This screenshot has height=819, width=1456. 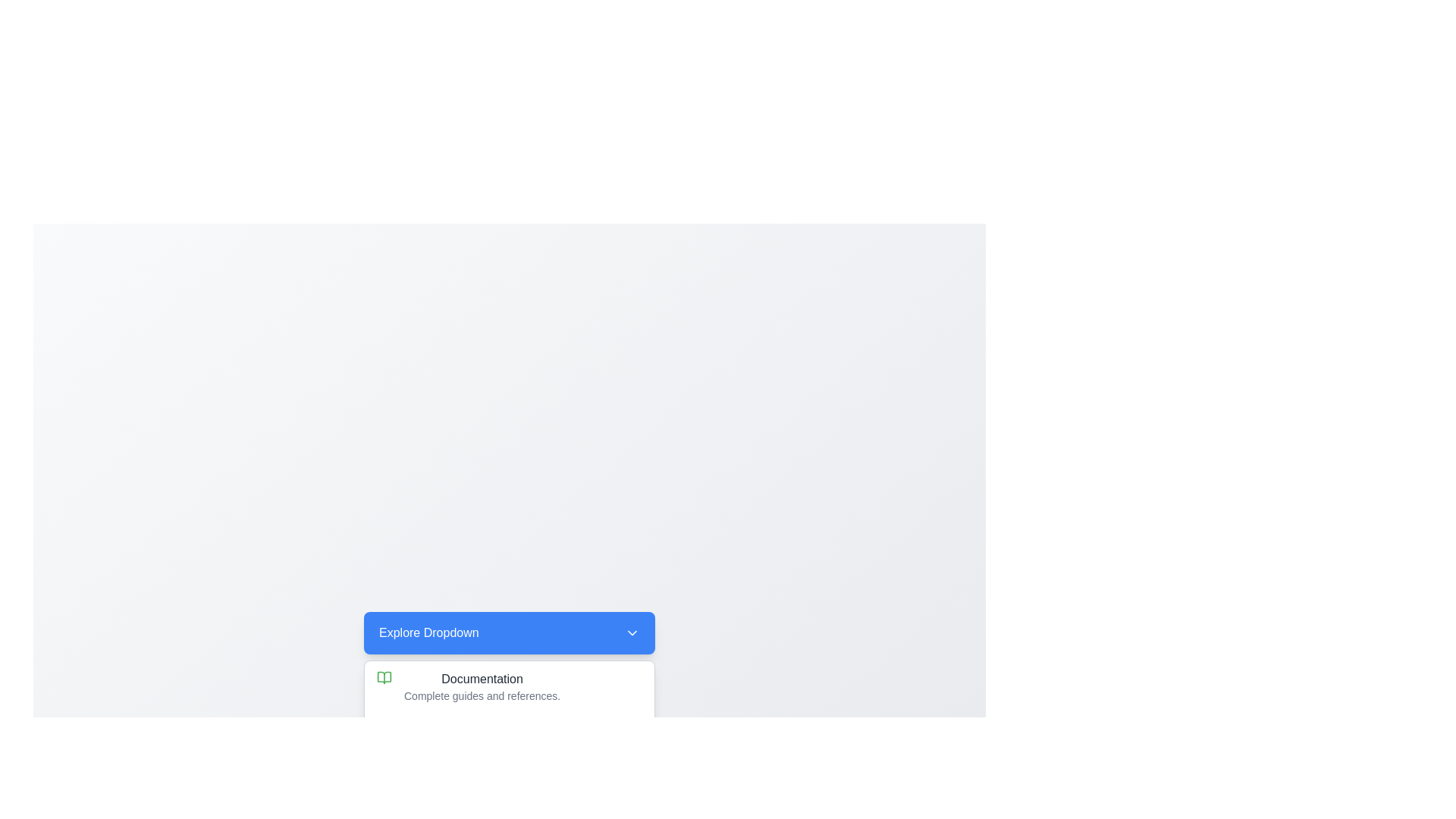 I want to click on the decorative vector graphic icon representing the right half outline of a book within the 'Documentation' menu item, located in the dropdown menu below the 'Explore Dropdown' button, so click(x=384, y=677).